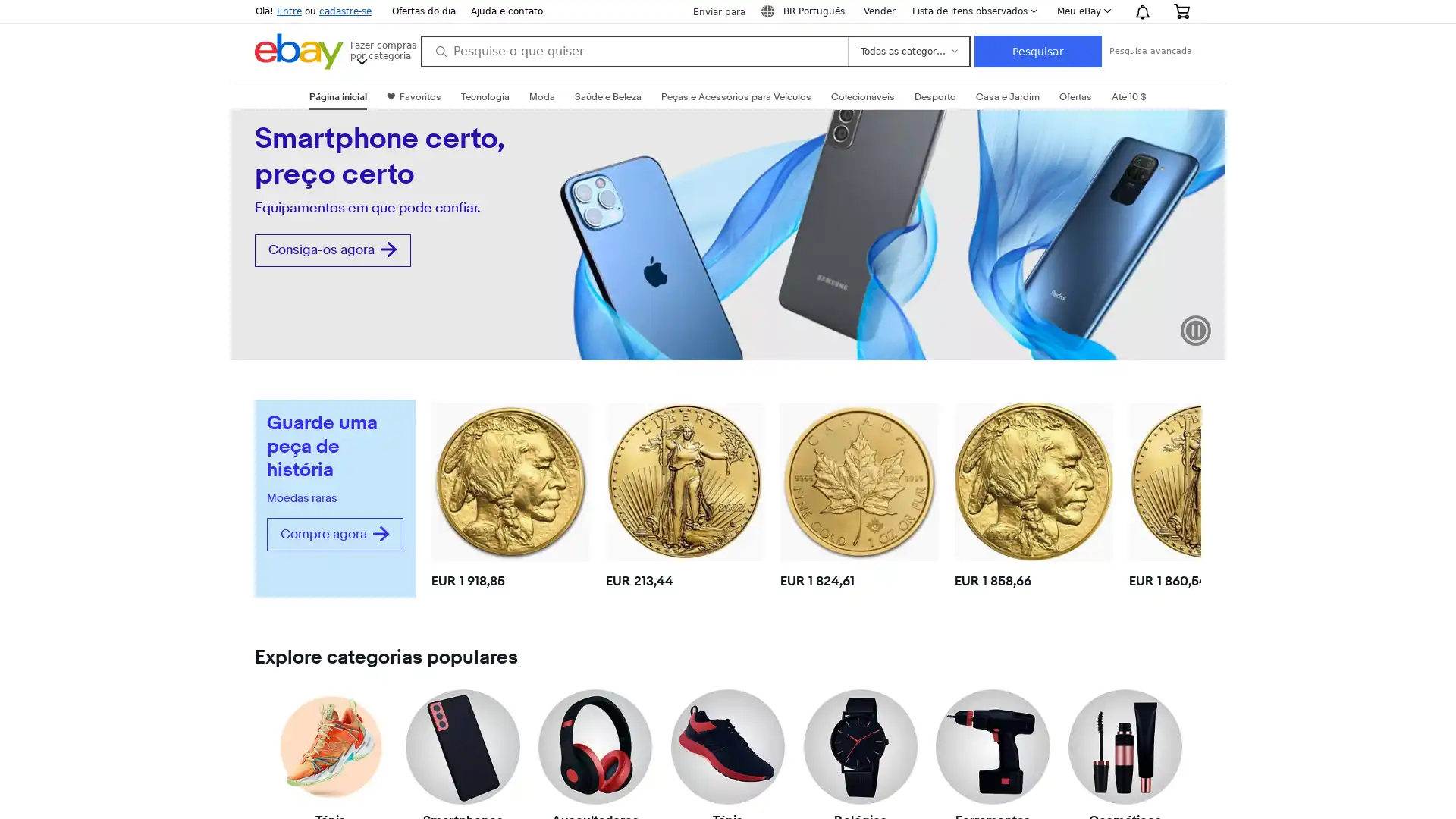 The width and height of the screenshot is (1456, 819). What do you see at coordinates (439, 494) in the screenshot?
I see `Voltar ao slide anterior - Guarde uma peca de historia` at bounding box center [439, 494].